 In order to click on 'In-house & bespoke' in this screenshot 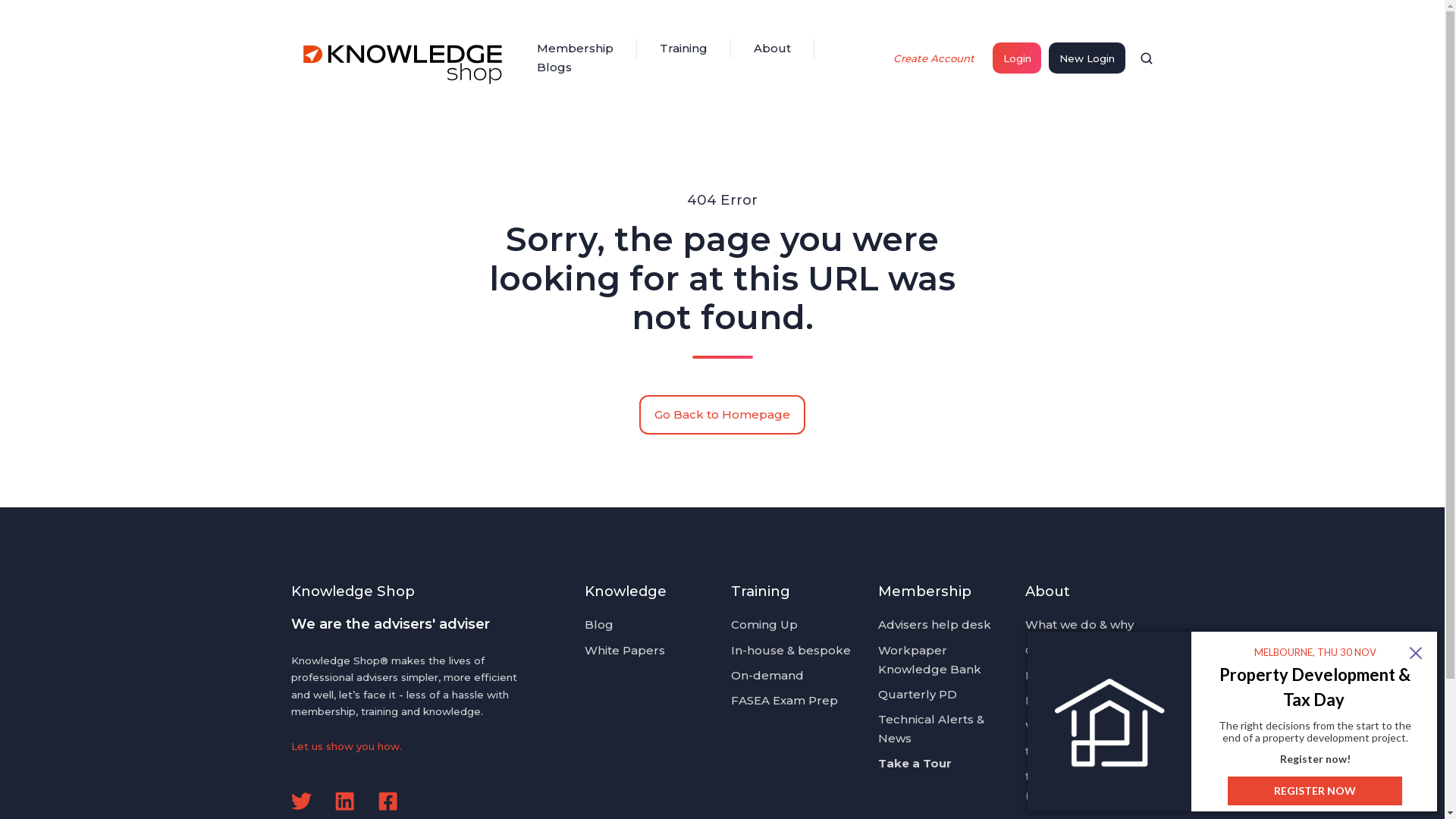, I will do `click(731, 649)`.